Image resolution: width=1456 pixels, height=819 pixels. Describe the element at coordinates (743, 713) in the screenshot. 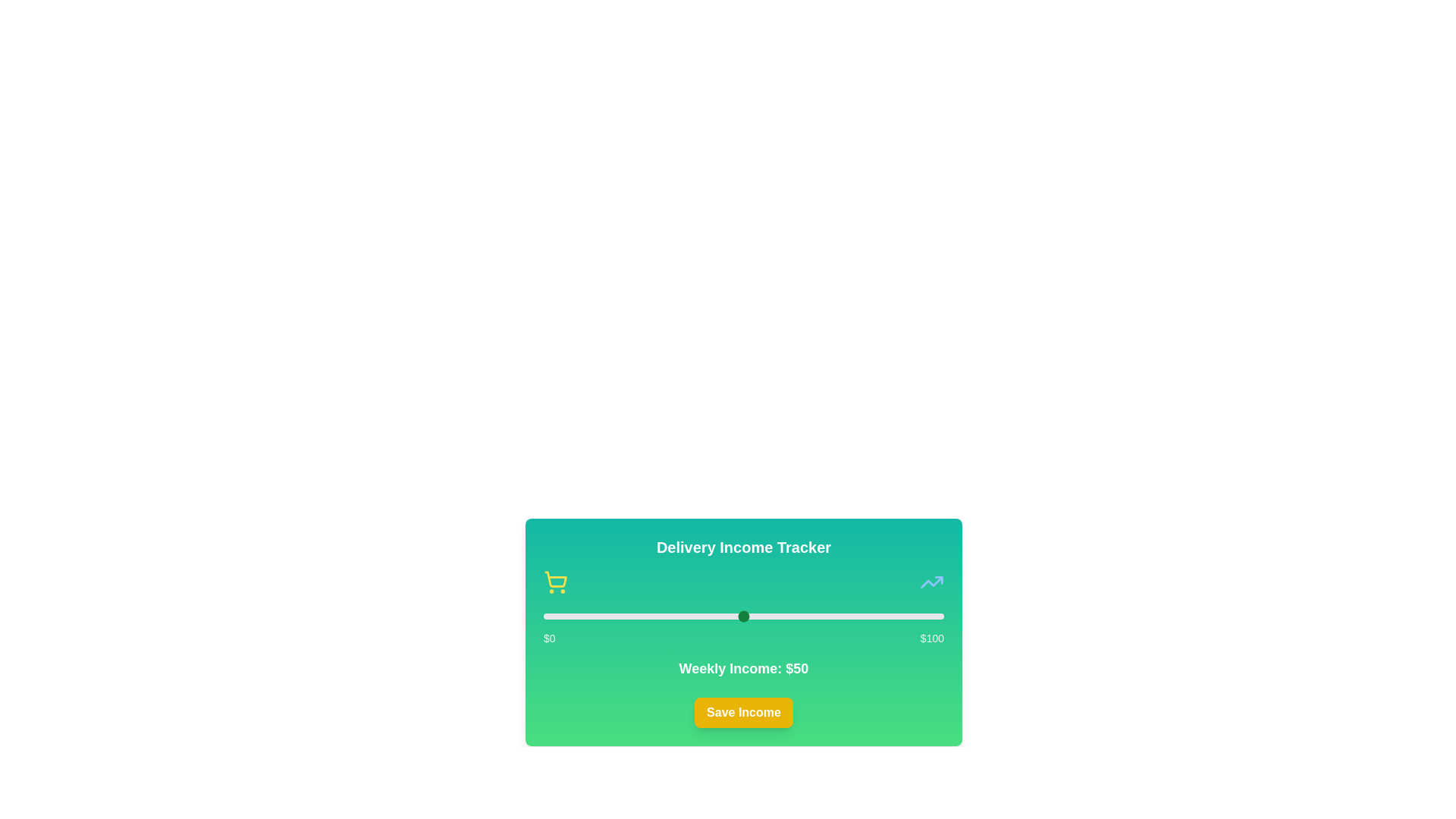

I see `the 'Save Income' button to save the current income value` at that location.